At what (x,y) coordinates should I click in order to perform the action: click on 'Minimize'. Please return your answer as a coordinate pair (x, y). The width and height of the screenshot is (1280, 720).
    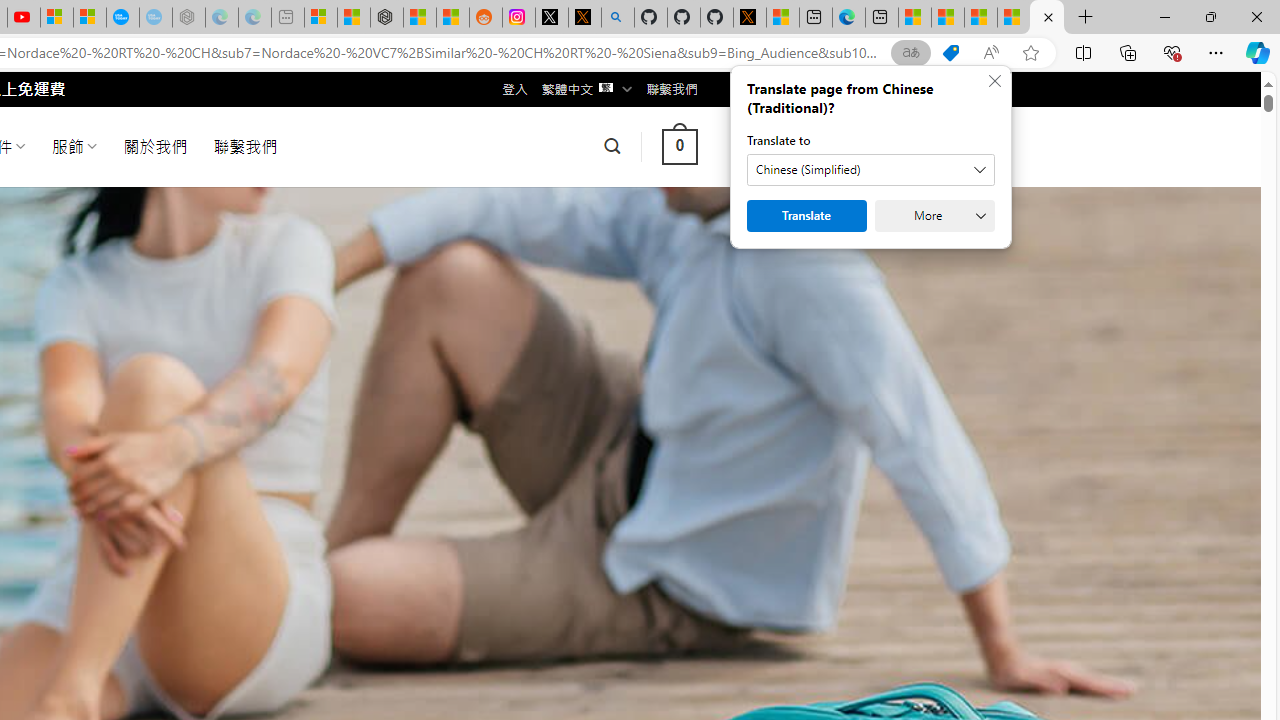
    Looking at the image, I should click on (1164, 16).